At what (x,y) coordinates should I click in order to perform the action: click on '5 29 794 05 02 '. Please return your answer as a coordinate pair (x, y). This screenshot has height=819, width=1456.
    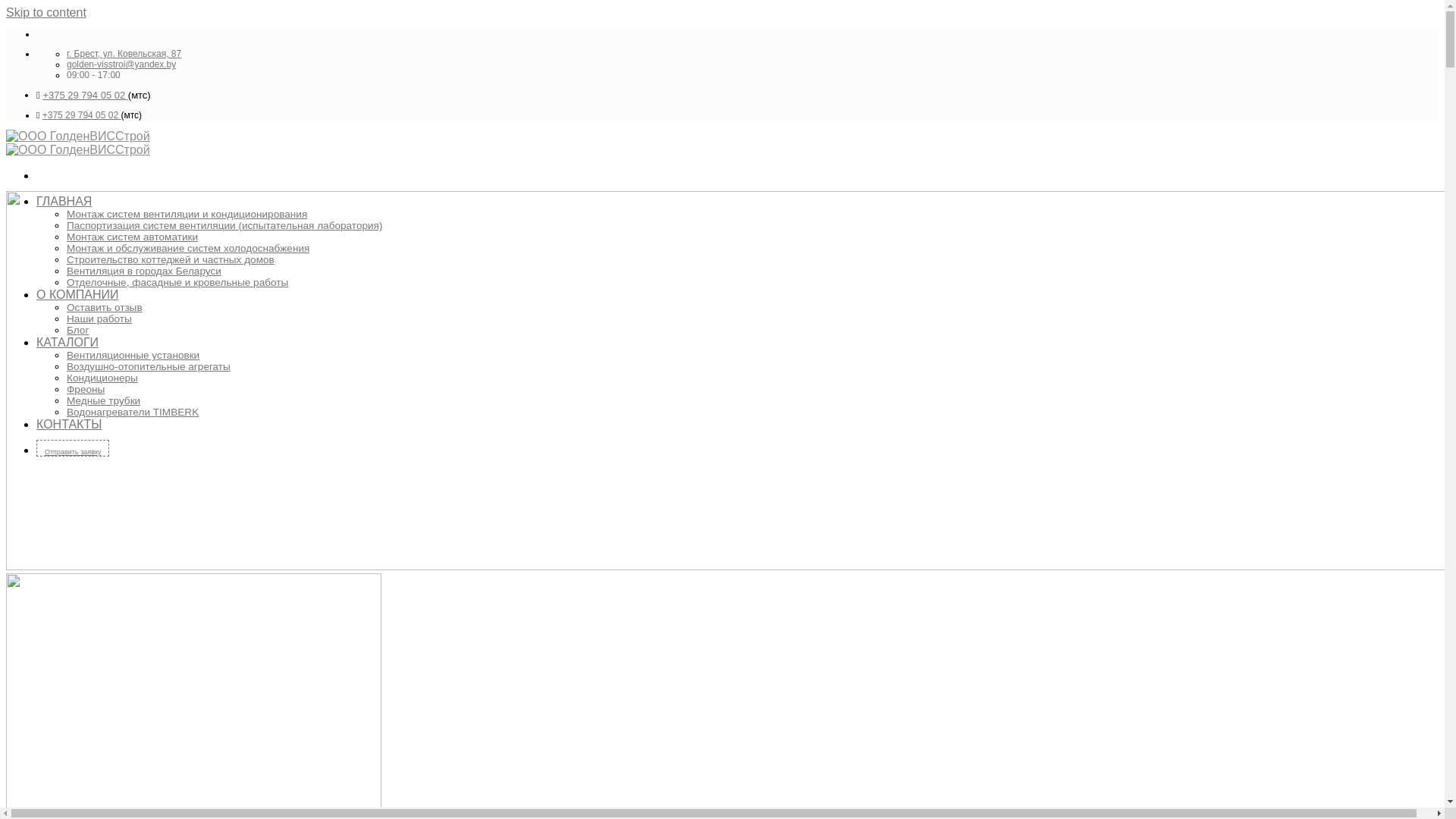
    Looking at the image, I should click on (93, 95).